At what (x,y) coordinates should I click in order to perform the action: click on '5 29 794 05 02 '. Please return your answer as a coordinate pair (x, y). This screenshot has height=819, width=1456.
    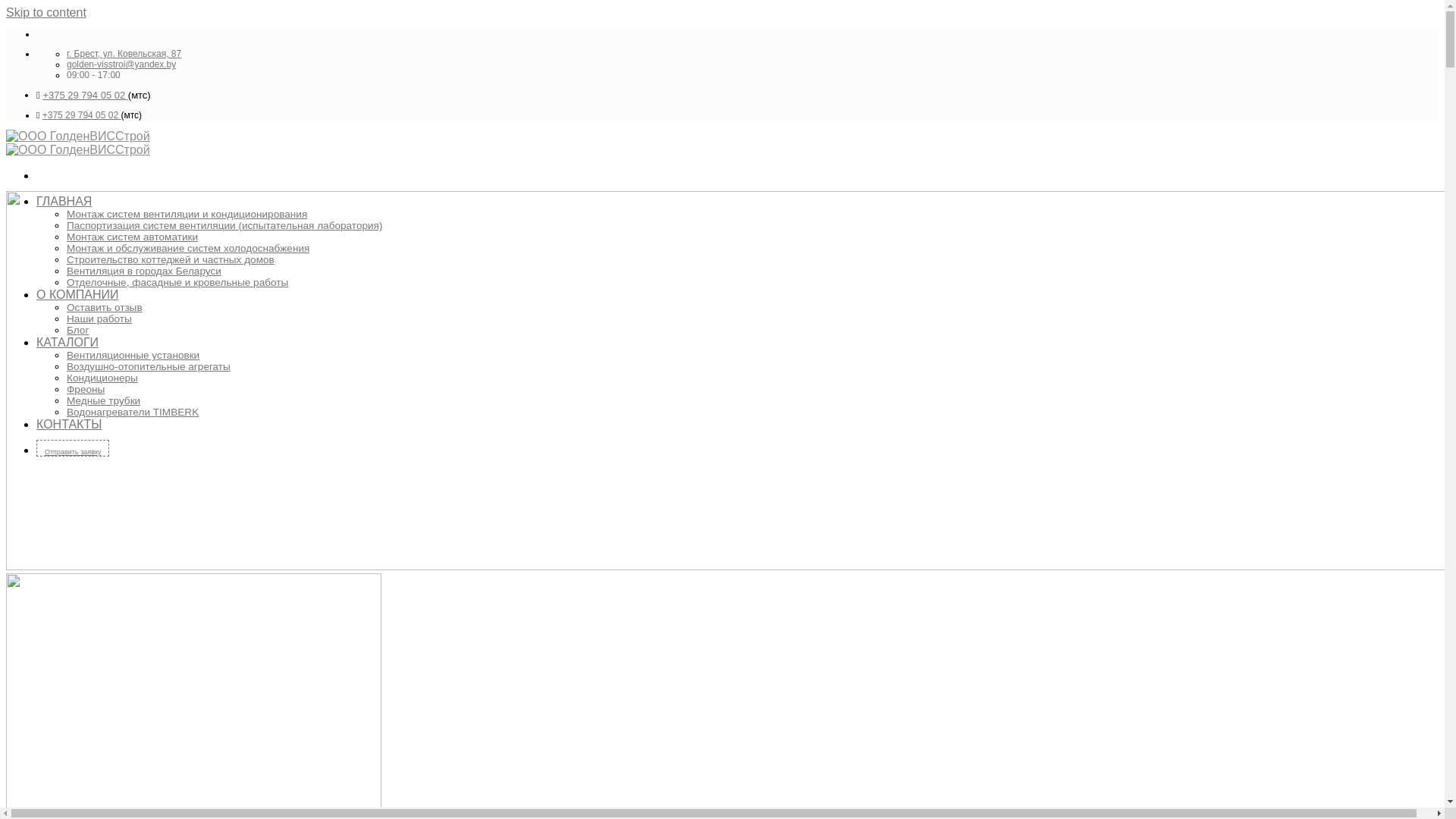
    Looking at the image, I should click on (93, 95).